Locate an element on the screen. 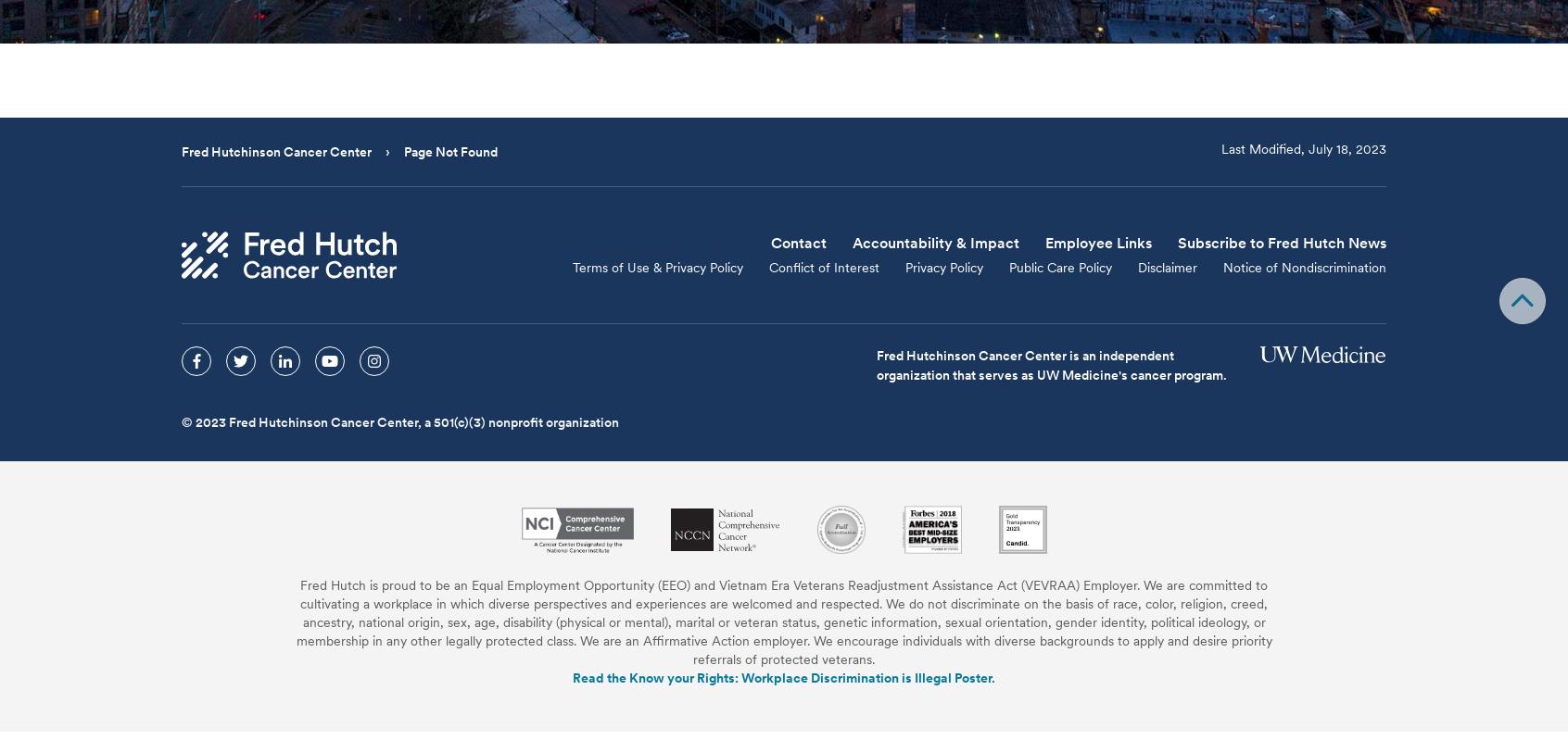 The width and height of the screenshot is (1568, 753). 'Disclaimer' is located at coordinates (1168, 267).